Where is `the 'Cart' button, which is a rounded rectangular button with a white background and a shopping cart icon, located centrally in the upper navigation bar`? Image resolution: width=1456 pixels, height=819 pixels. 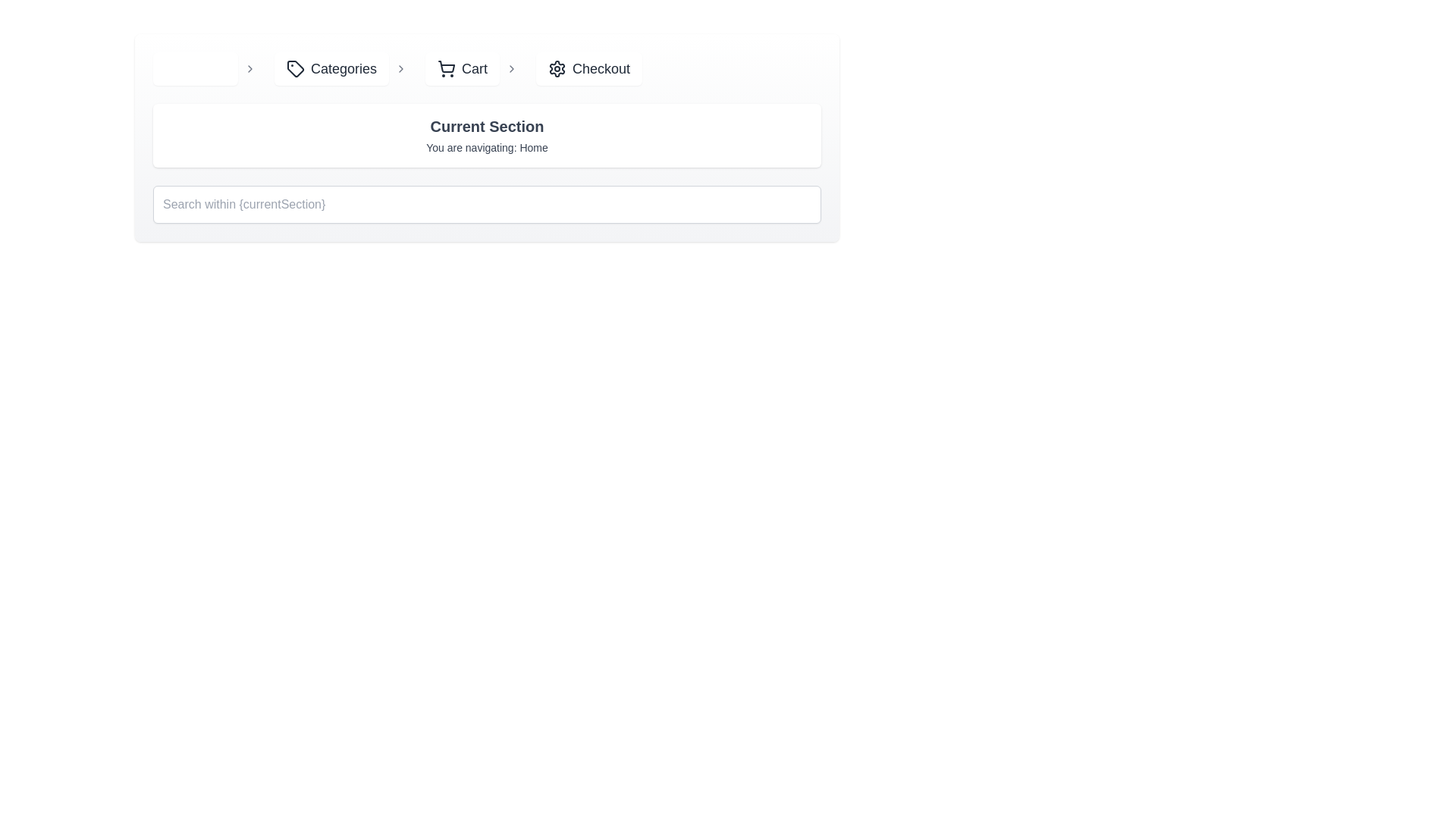 the 'Cart' button, which is a rounded rectangular button with a white background and a shopping cart icon, located centrally in the upper navigation bar is located at coordinates (461, 69).